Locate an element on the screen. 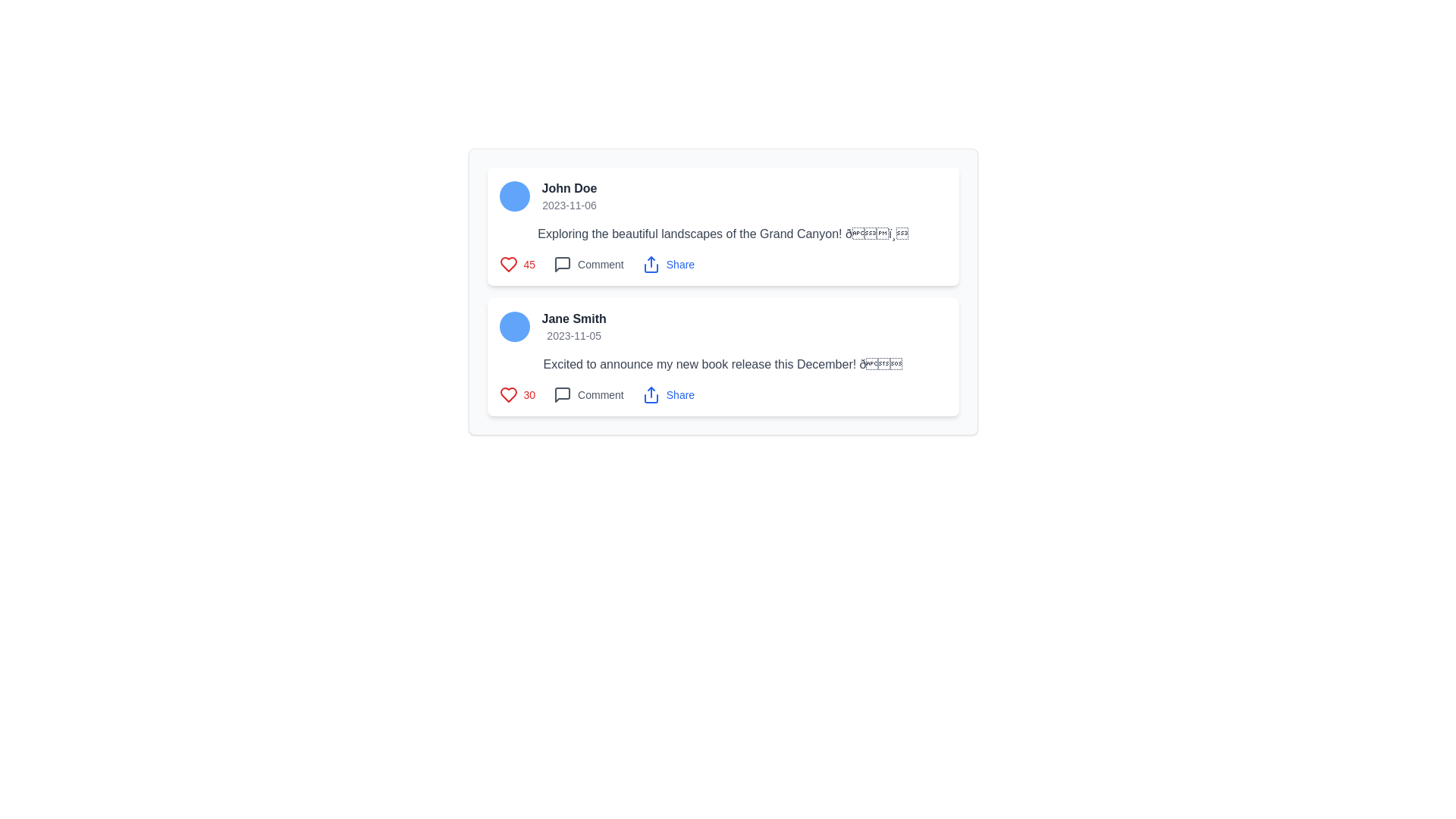 The image size is (1456, 819). the text label displaying 'Excited to announce my new book release this December! 📘' located in the second post panel, below the username 'Jane Smith' and date '2023-11-05' is located at coordinates (722, 365).